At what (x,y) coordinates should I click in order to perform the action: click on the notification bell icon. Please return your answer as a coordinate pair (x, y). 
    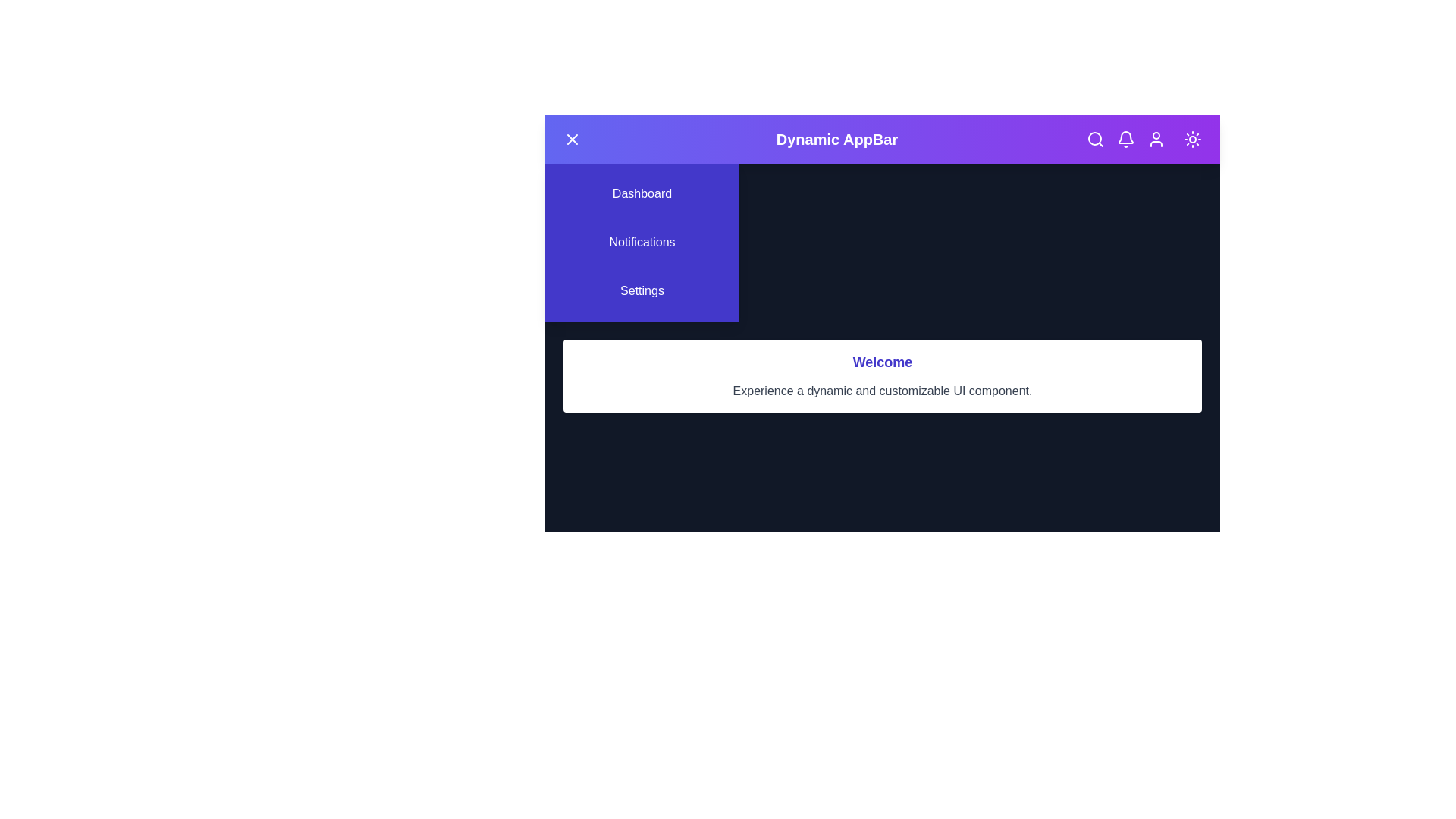
    Looking at the image, I should click on (1125, 140).